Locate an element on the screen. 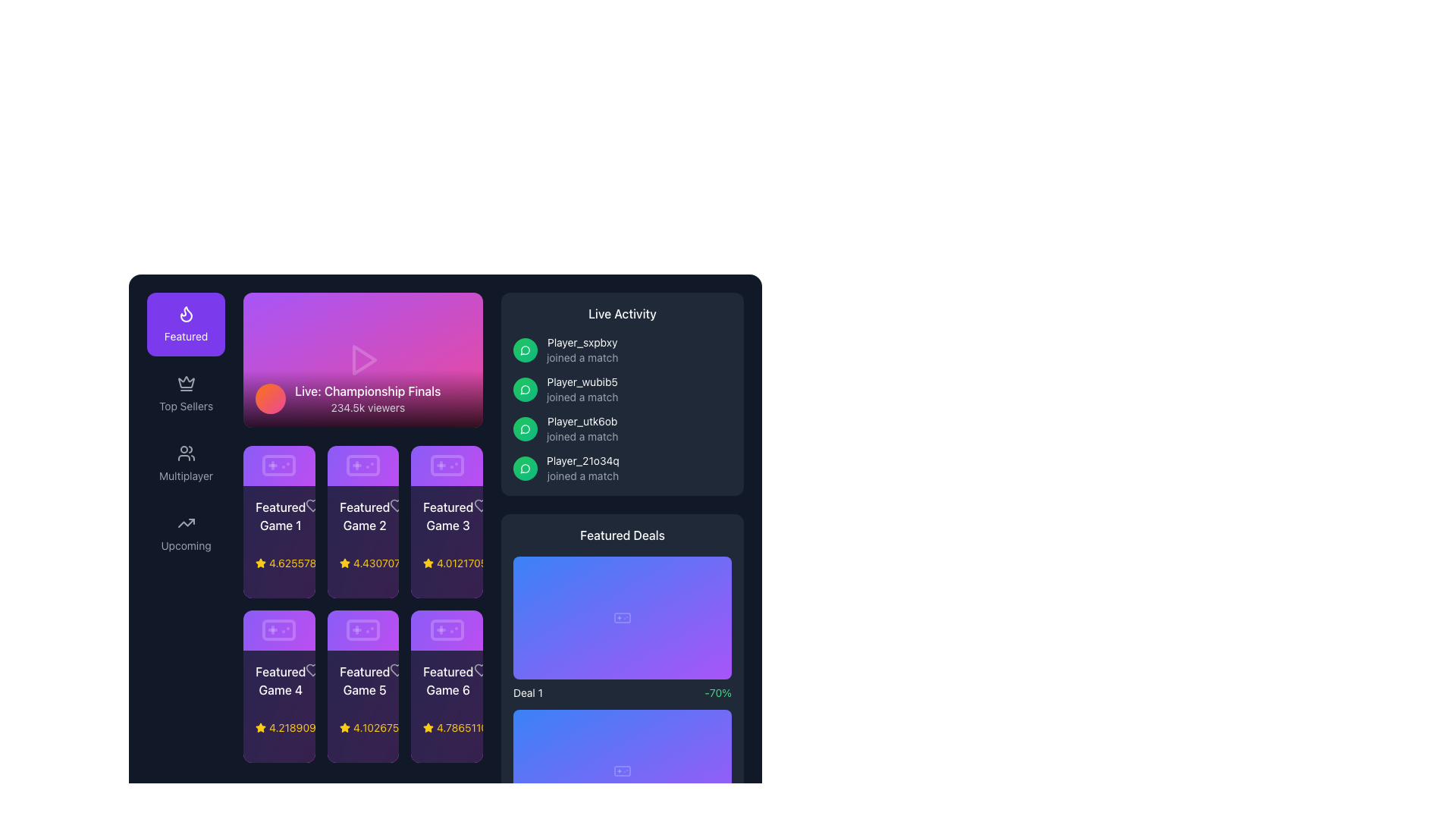 The image size is (1456, 819). the static text label displaying 'Player_sxpbxy joined a match' within the 'Live Activity' section on the right side of the interface is located at coordinates (582, 342).